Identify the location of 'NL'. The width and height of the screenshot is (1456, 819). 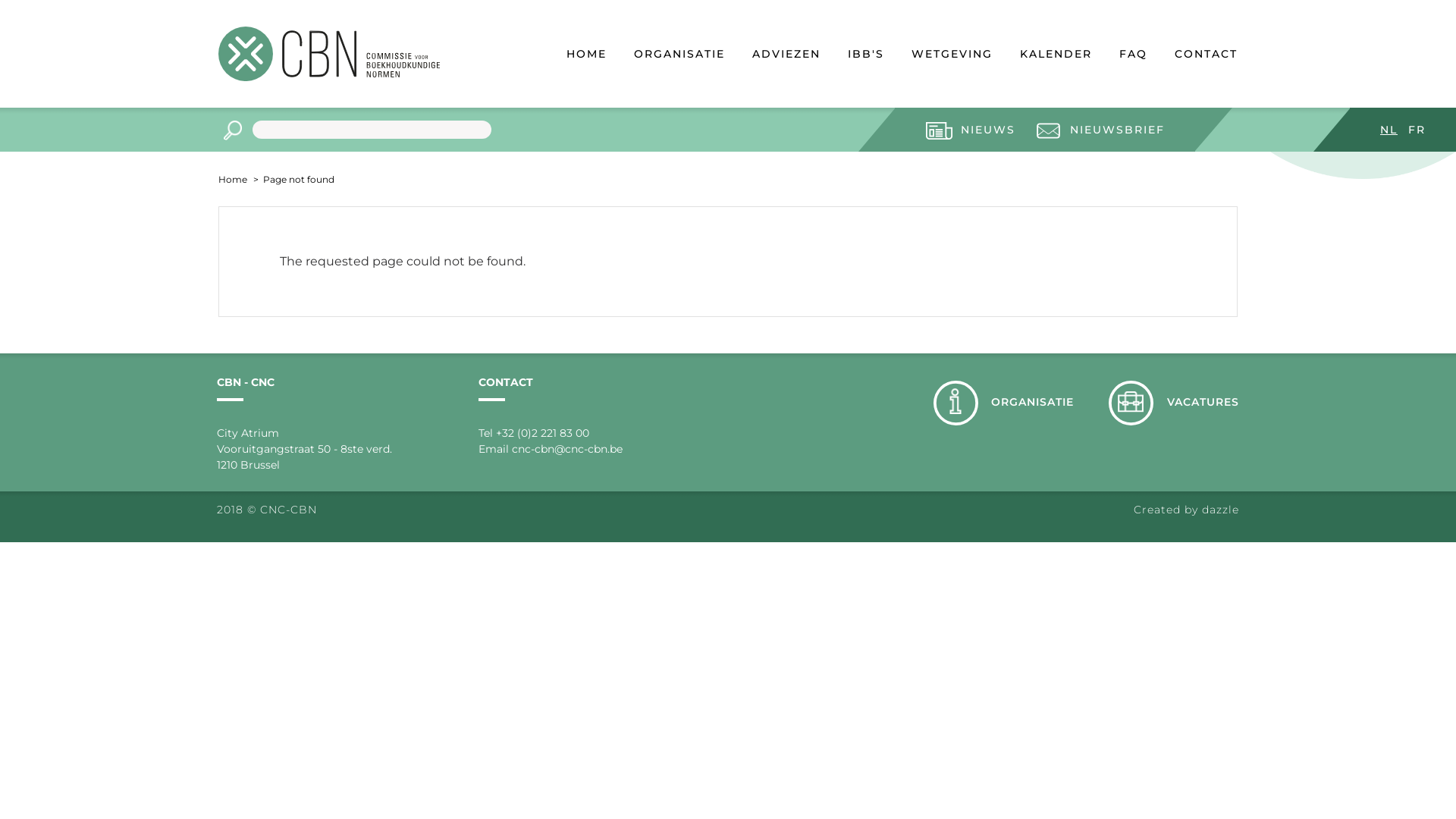
(1389, 128).